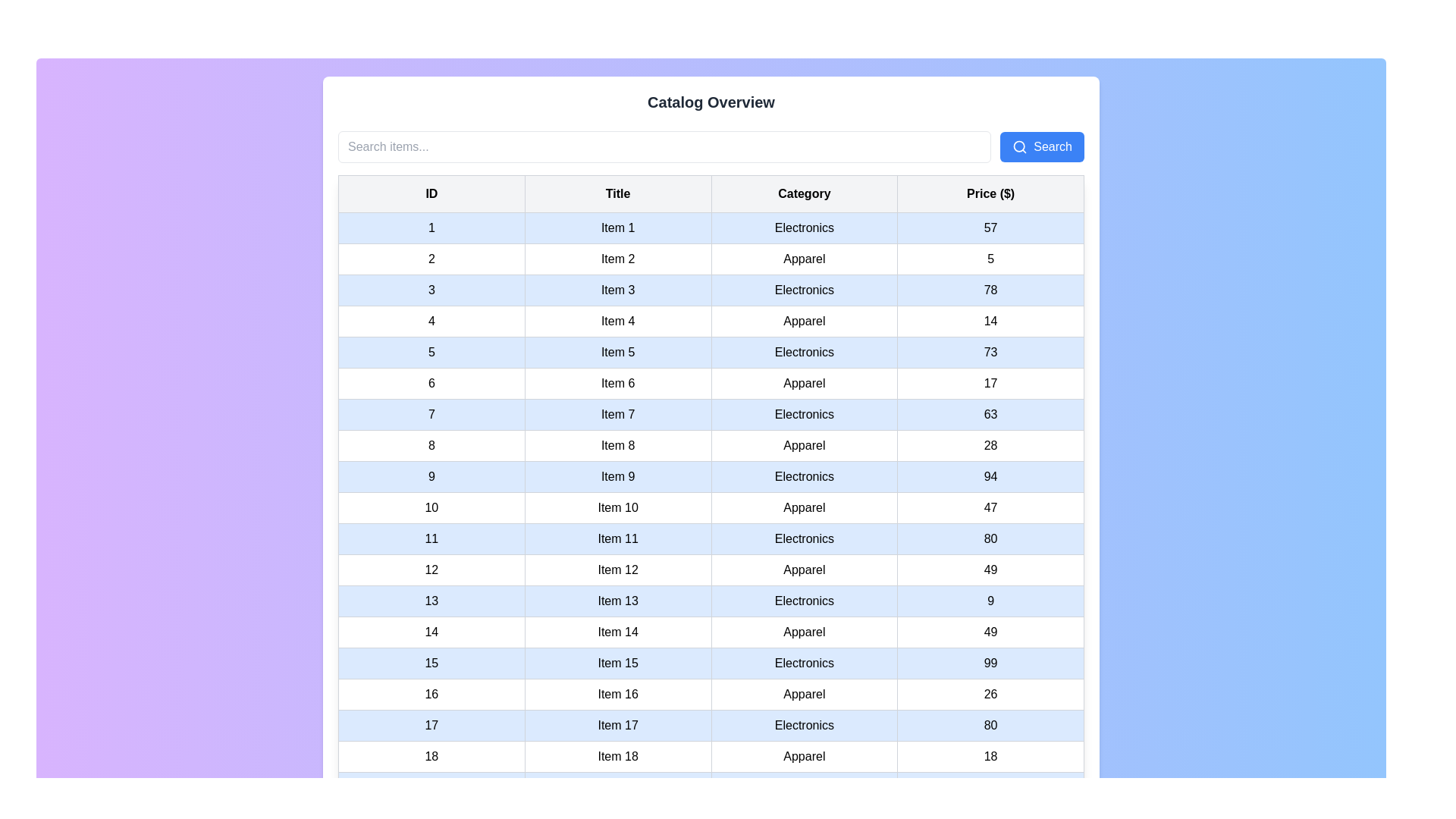  What do you see at coordinates (803, 353) in the screenshot?
I see `the Text Label in the 'Category' column for 'Item 5' in the structured table` at bounding box center [803, 353].